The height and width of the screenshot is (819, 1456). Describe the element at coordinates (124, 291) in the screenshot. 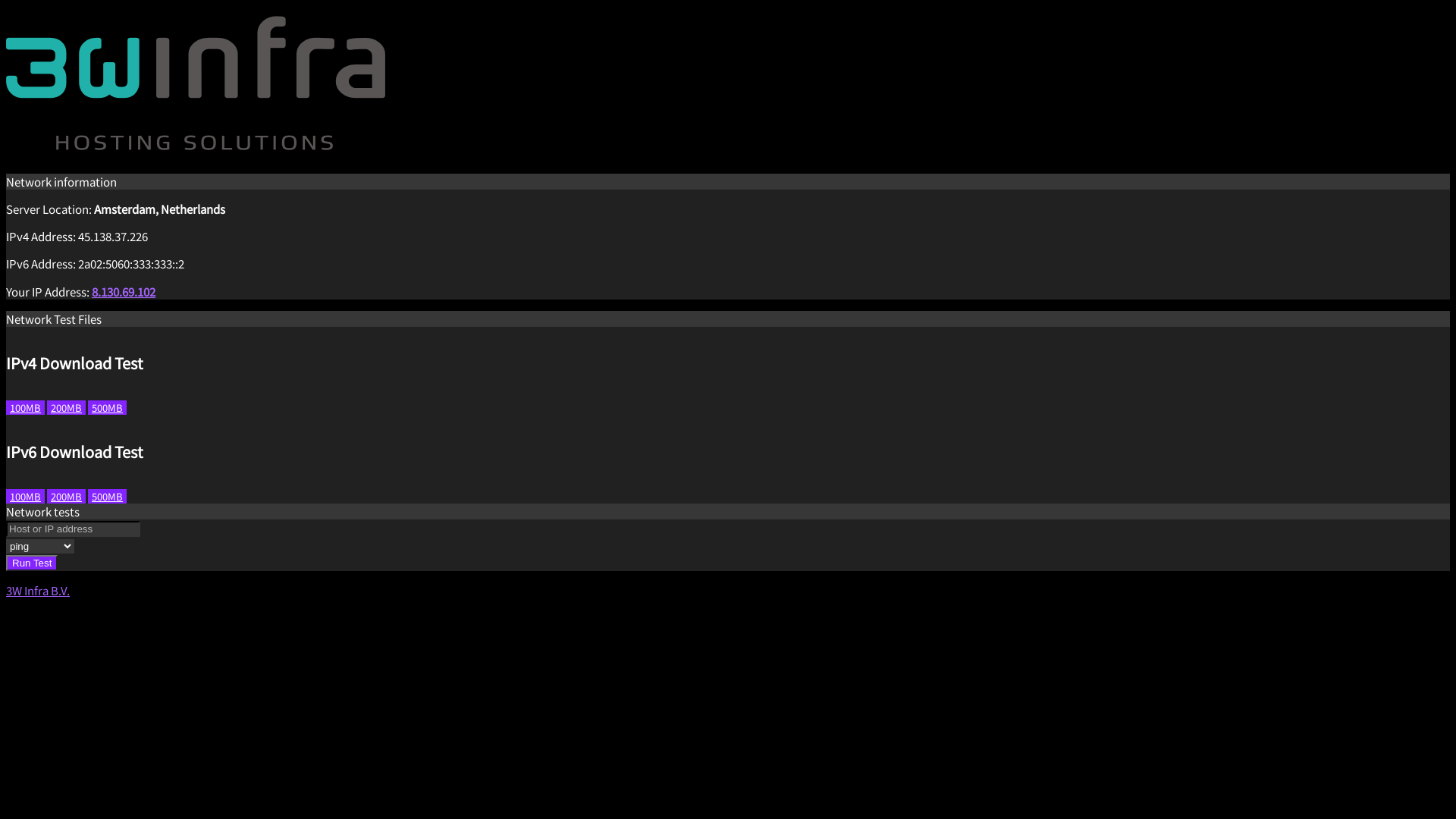

I see `'8.130.69.102'` at that location.